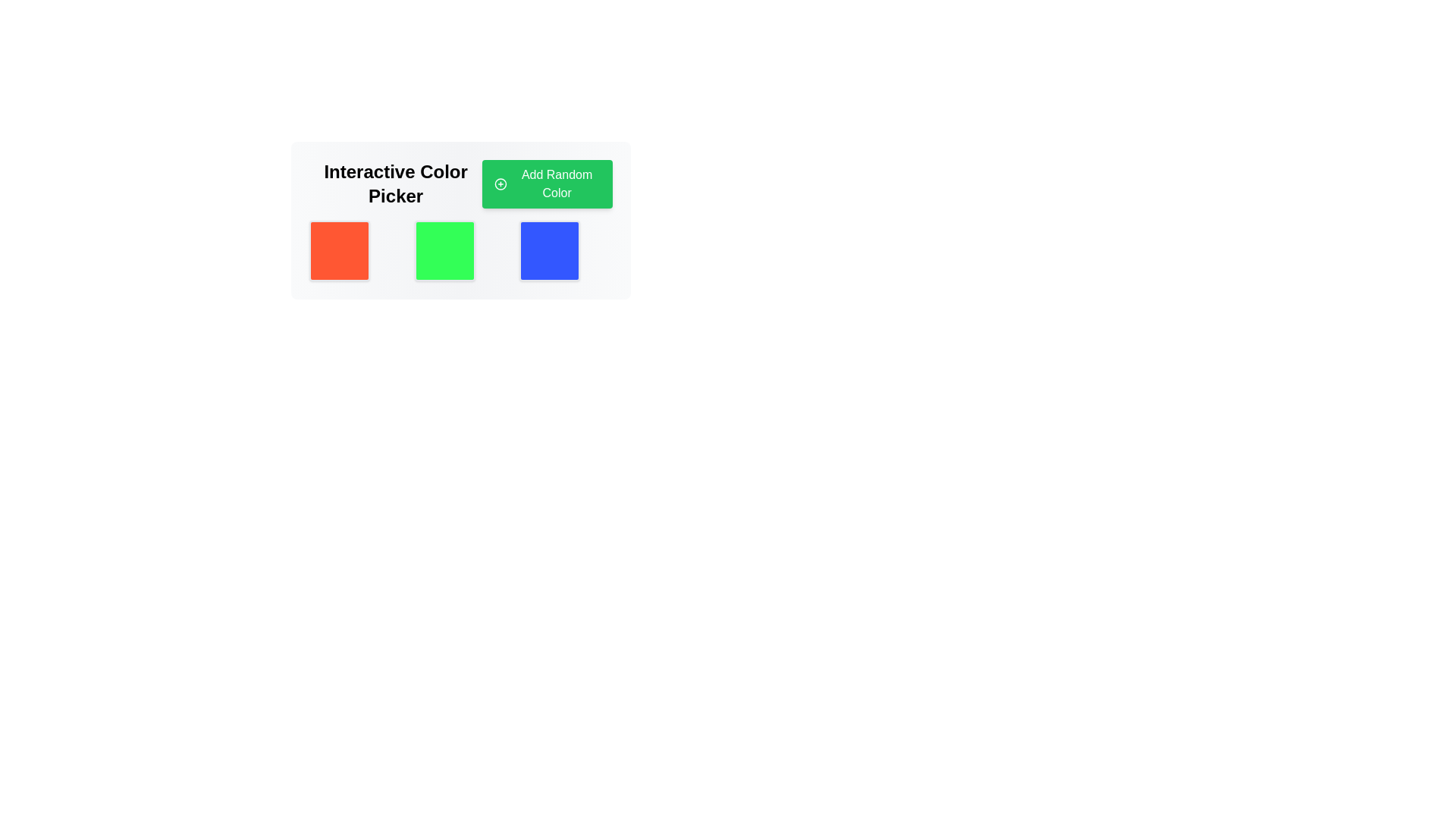 Image resolution: width=1456 pixels, height=819 pixels. Describe the element at coordinates (547, 184) in the screenshot. I see `the 'Add Random Color' button, which is a vibrant green rectangular button with white text and a circular plus icon` at that location.